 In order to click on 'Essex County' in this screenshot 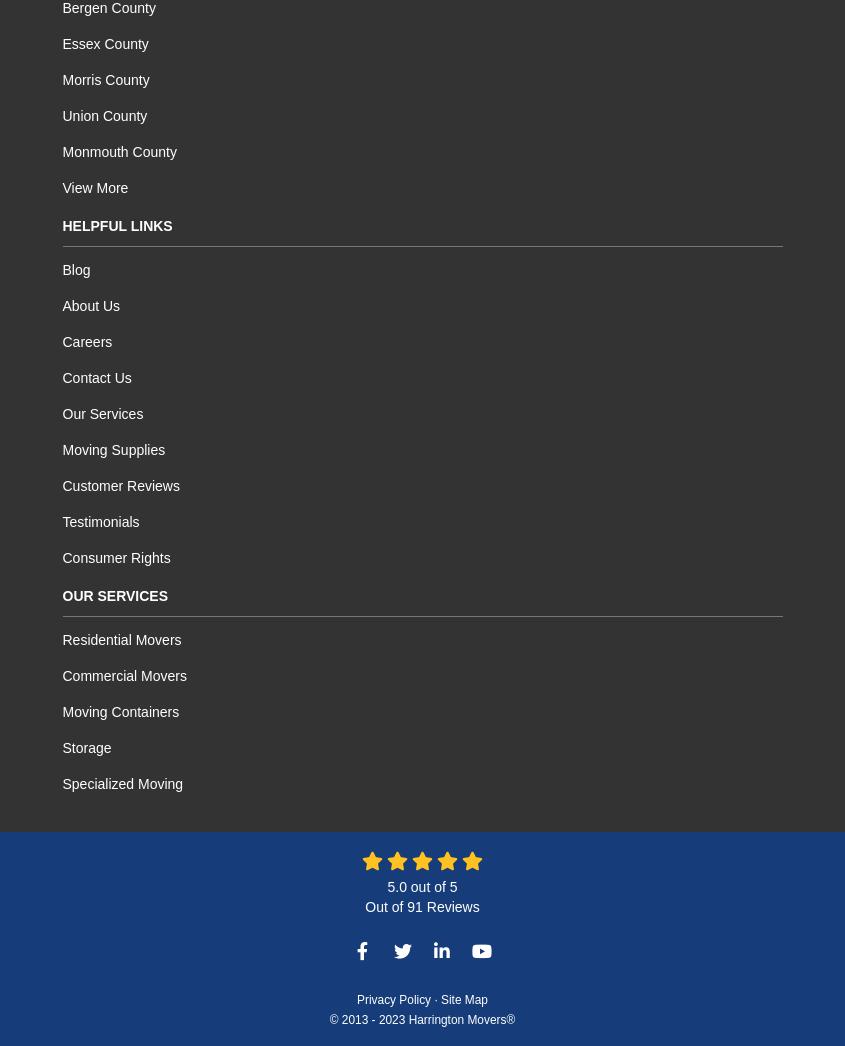, I will do `click(105, 43)`.